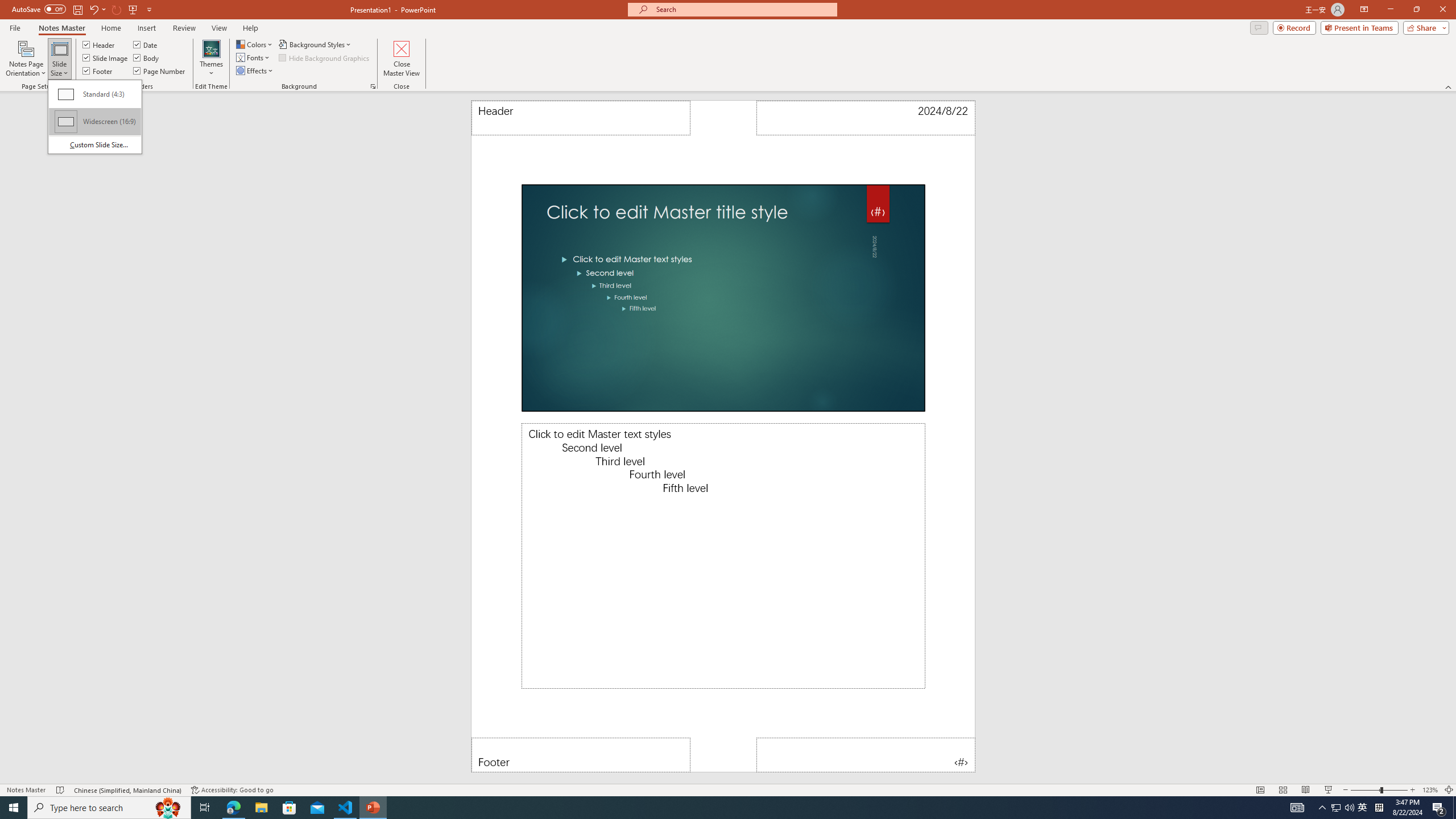 The image size is (1456, 819). Describe the element at coordinates (255, 44) in the screenshot. I see `'Colors'` at that location.